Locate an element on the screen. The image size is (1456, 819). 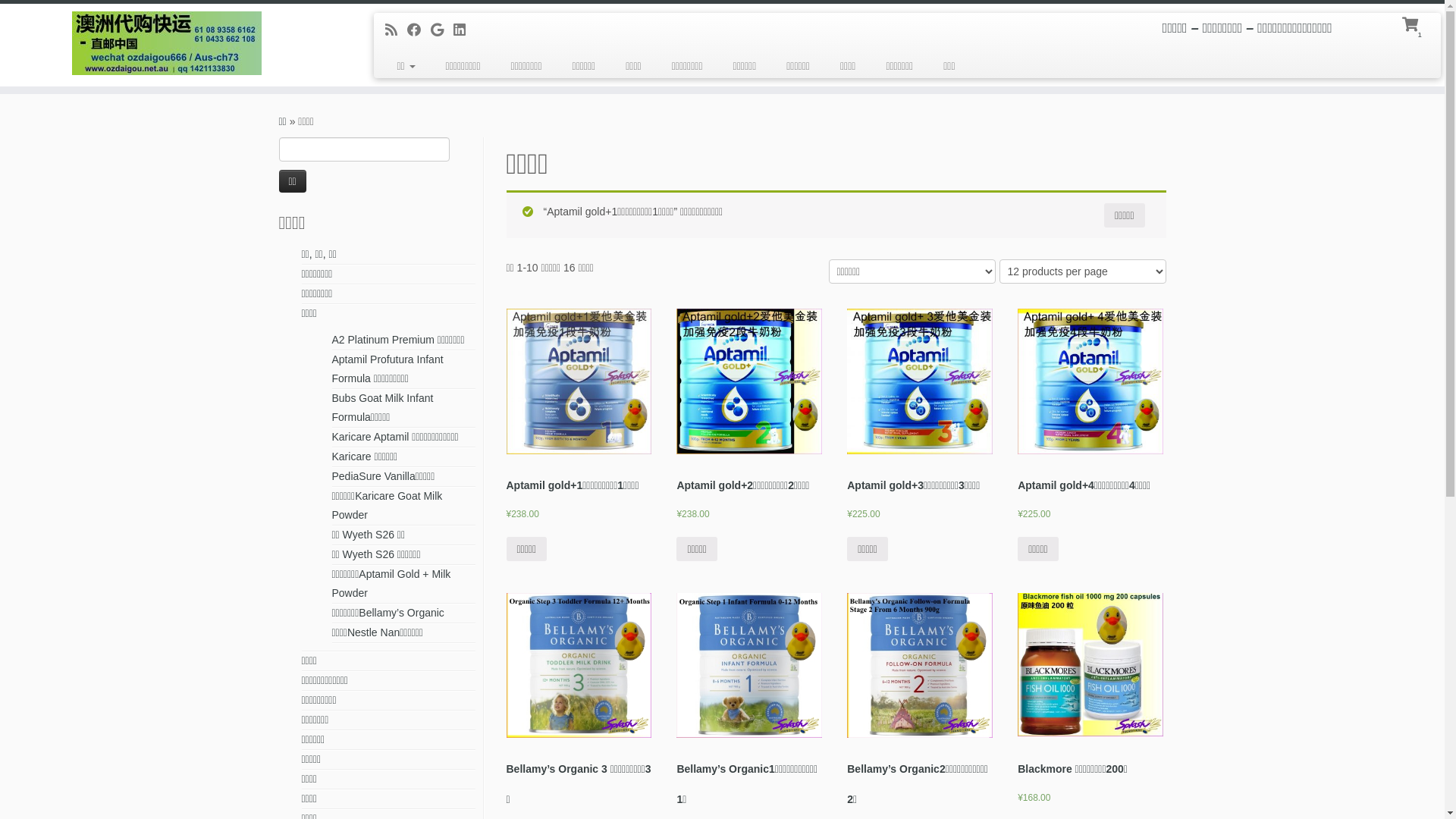
'Follow me on Google+' is located at coordinates (441, 30).